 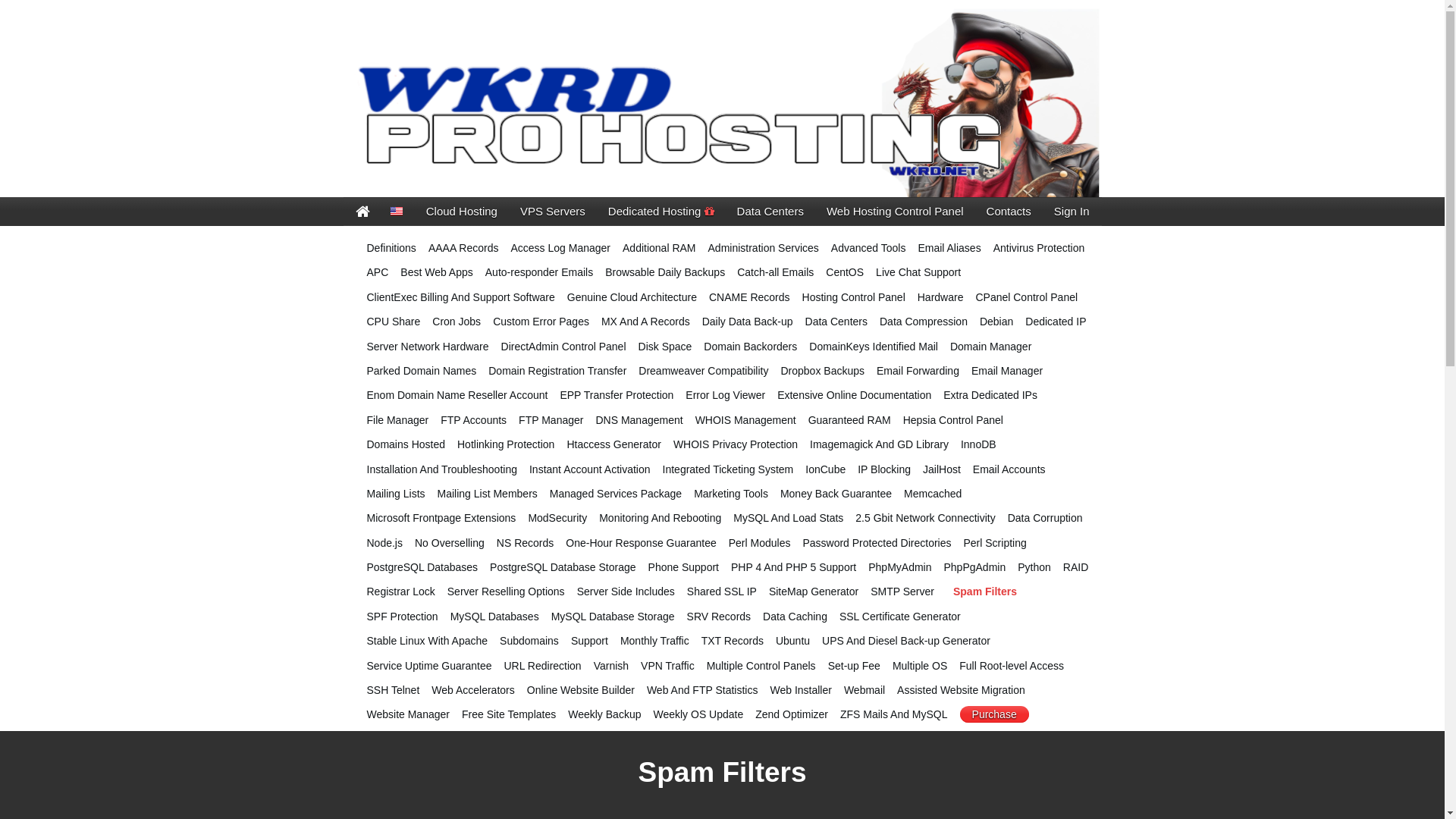 What do you see at coordinates (415, 211) in the screenshot?
I see `'Cloud Hosting'` at bounding box center [415, 211].